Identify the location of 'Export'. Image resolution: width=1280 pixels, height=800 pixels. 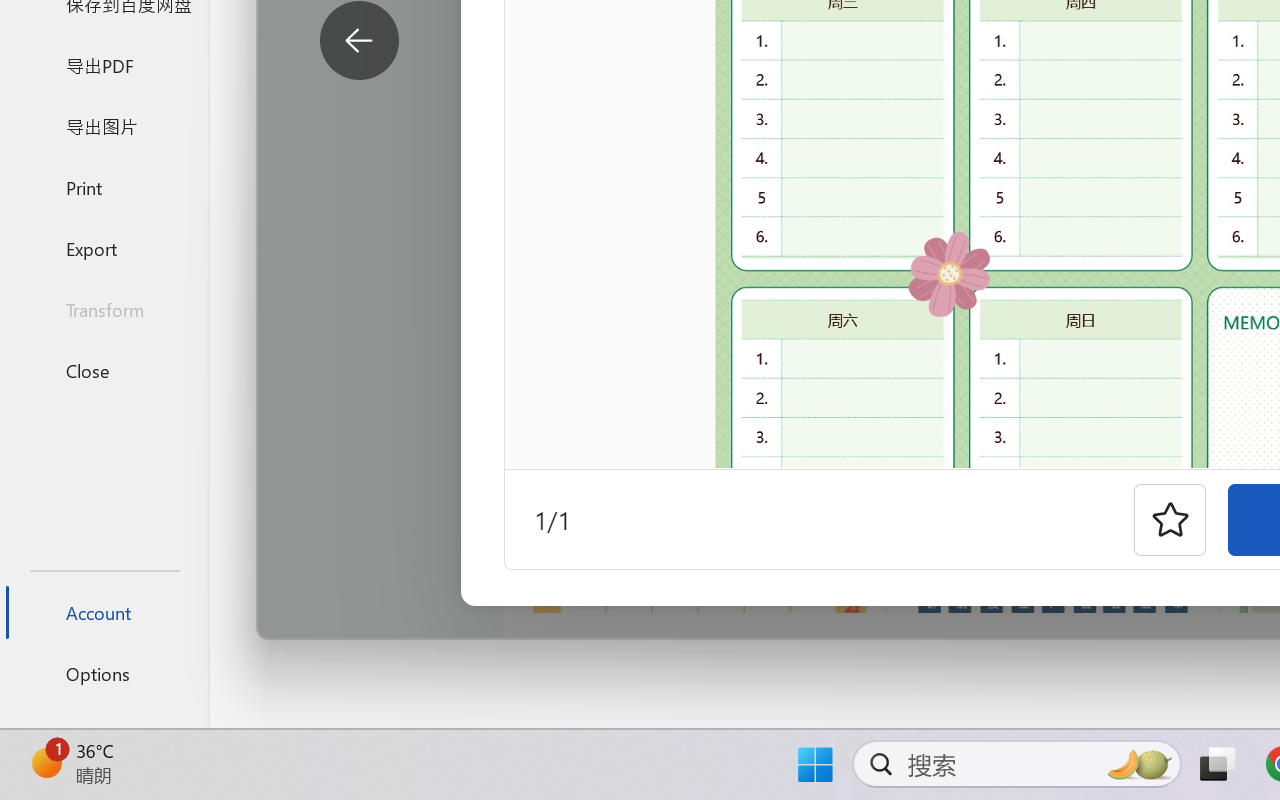
(103, 247).